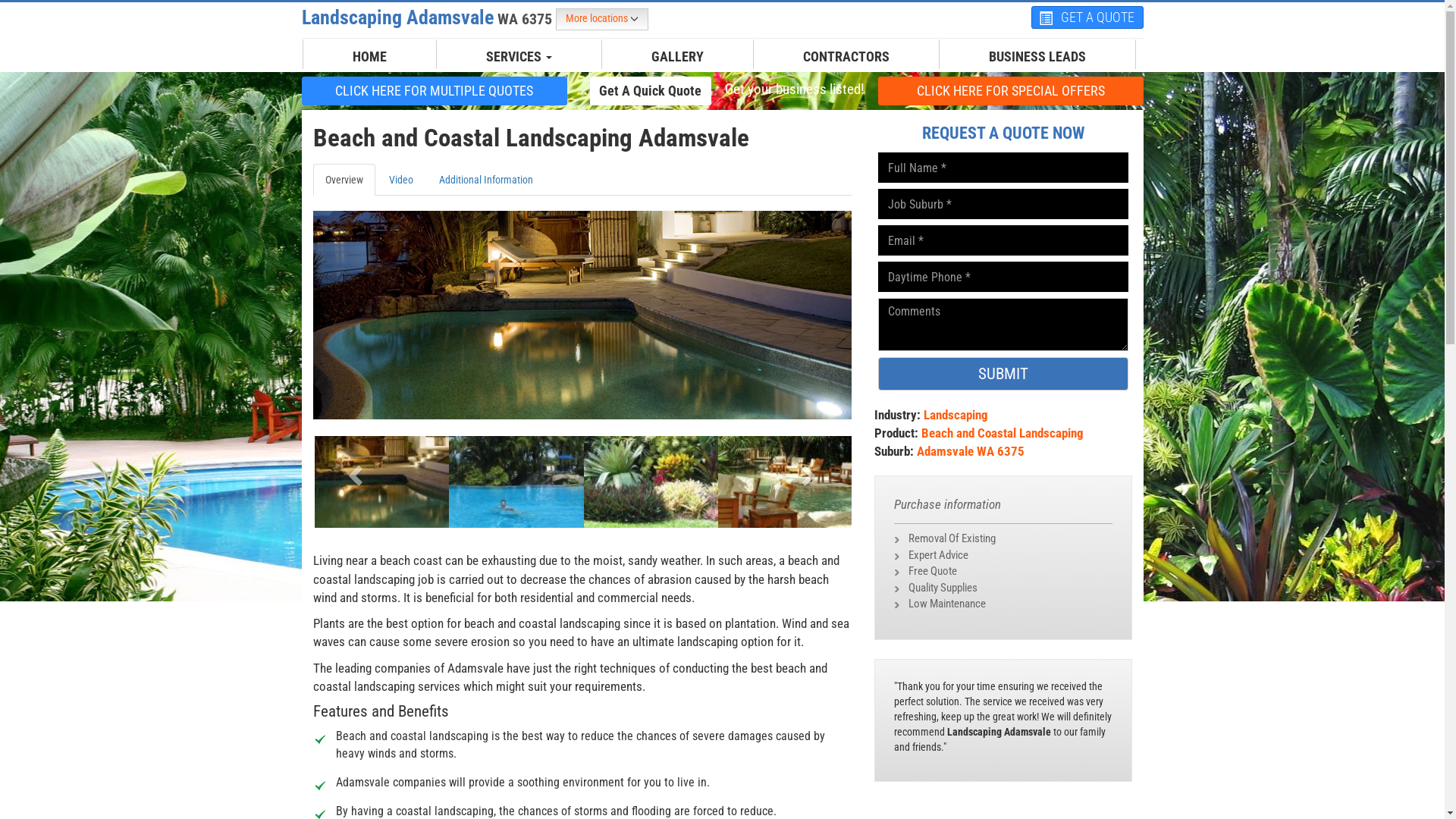 Image resolution: width=1456 pixels, height=819 pixels. Describe the element at coordinates (676, 55) in the screenshot. I see `'GALLERY'` at that location.